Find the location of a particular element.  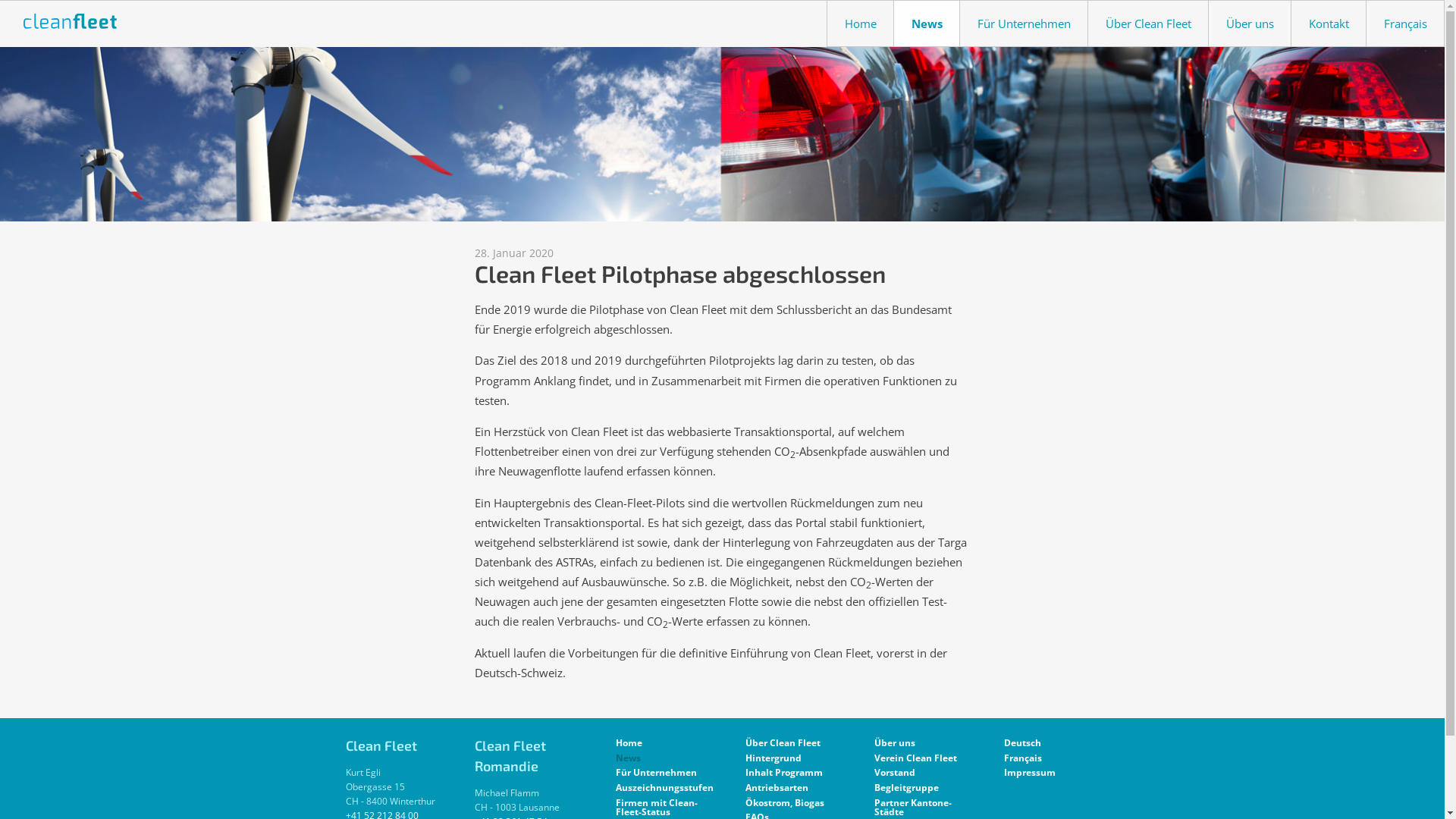

'Kontakt' is located at coordinates (1328, 23).